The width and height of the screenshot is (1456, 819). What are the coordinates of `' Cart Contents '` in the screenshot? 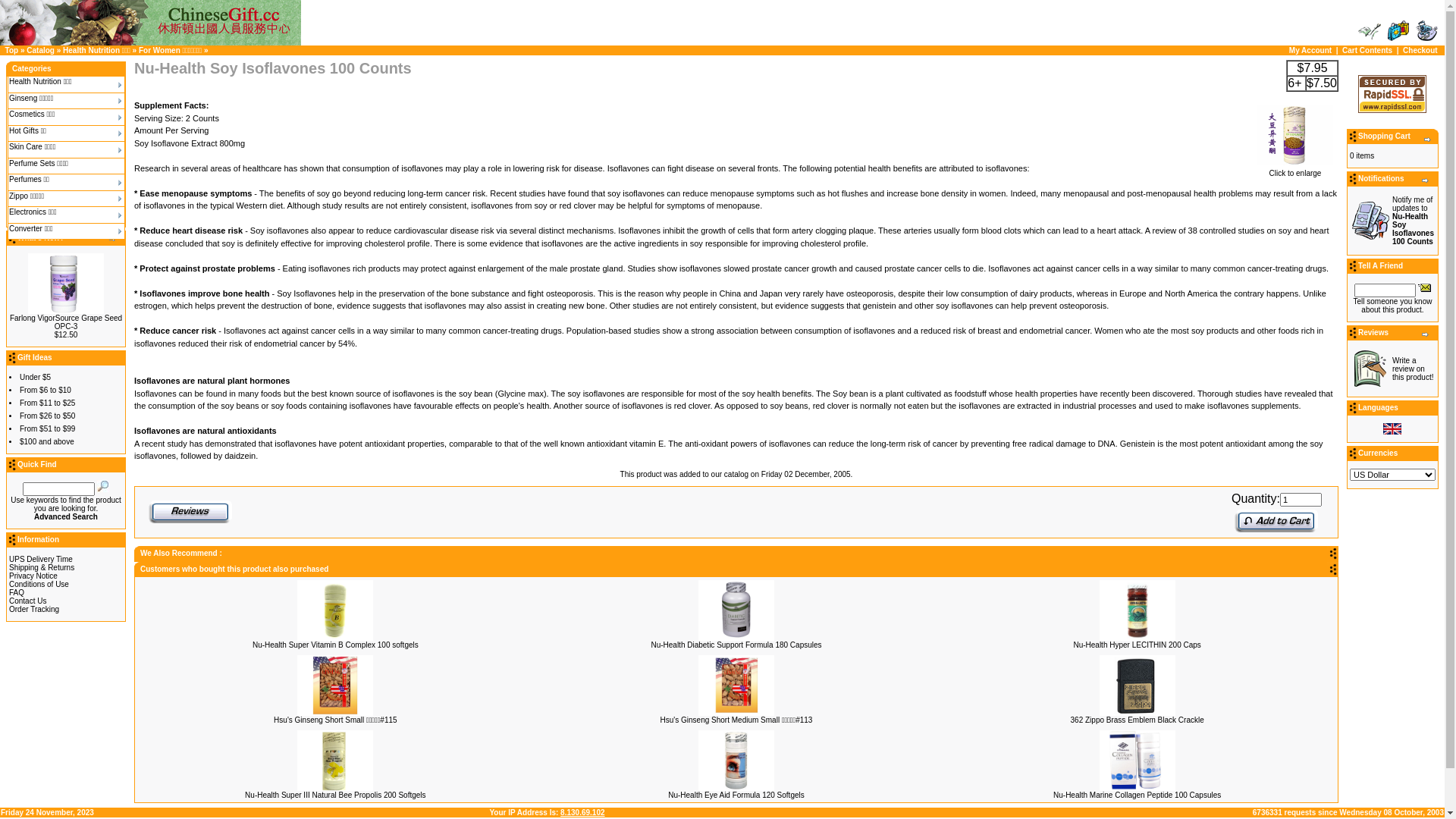 It's located at (1386, 31).